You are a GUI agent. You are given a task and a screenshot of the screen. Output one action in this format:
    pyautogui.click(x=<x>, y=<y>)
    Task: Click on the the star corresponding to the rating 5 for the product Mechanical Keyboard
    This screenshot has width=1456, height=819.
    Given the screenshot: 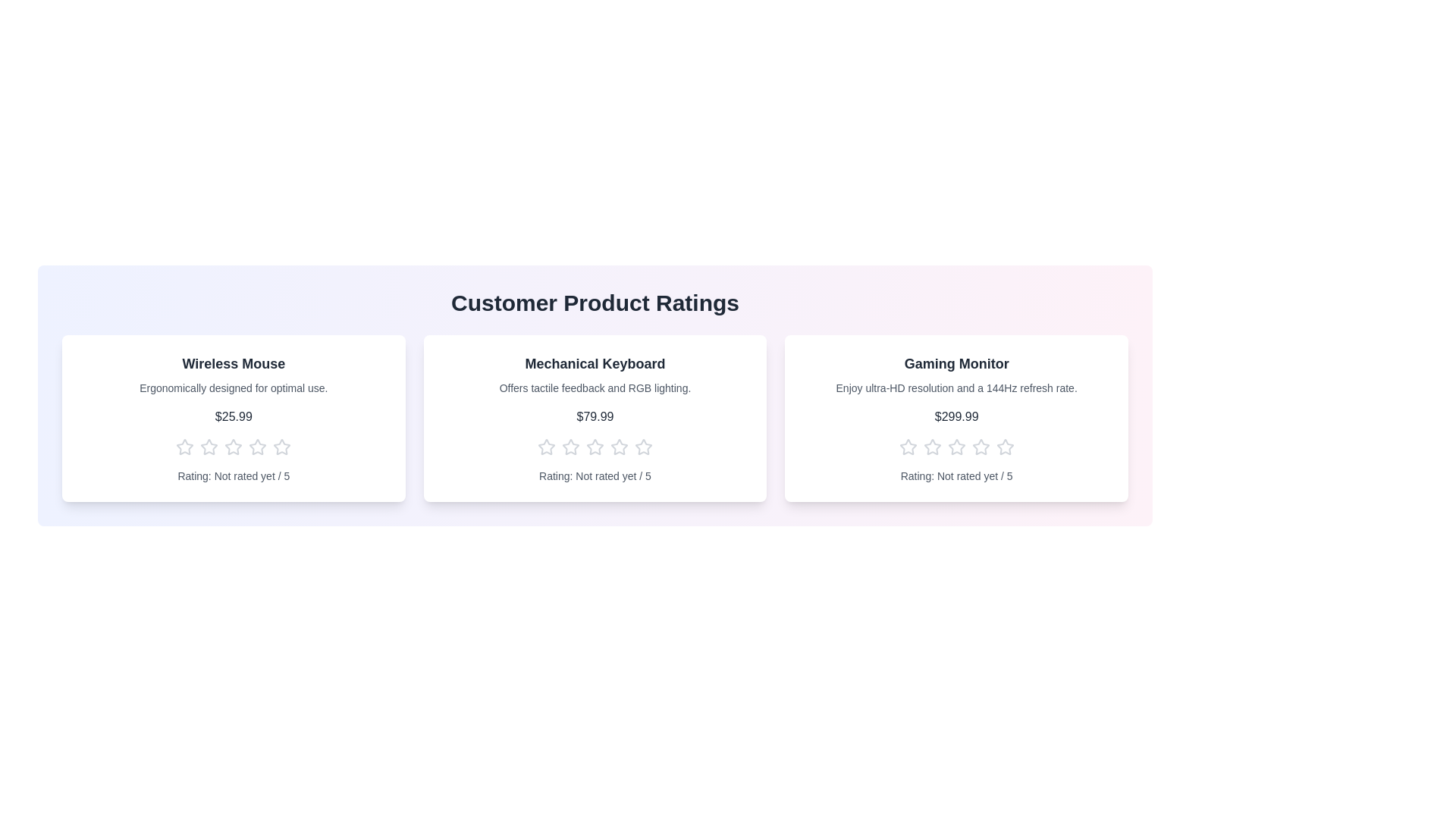 What is the action you would take?
    pyautogui.click(x=643, y=447)
    